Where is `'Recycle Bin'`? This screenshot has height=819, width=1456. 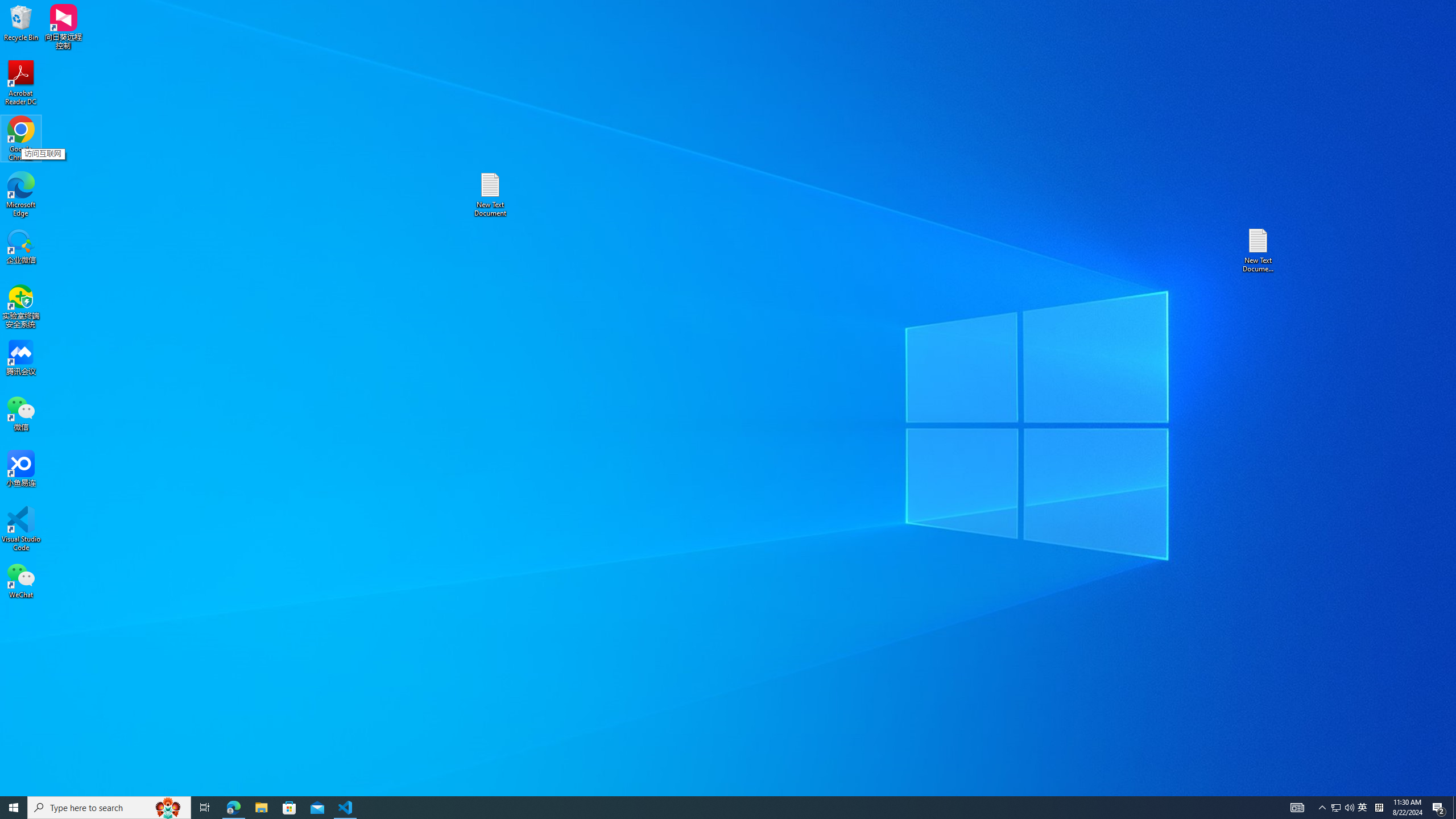 'Recycle Bin' is located at coordinates (20, 22).